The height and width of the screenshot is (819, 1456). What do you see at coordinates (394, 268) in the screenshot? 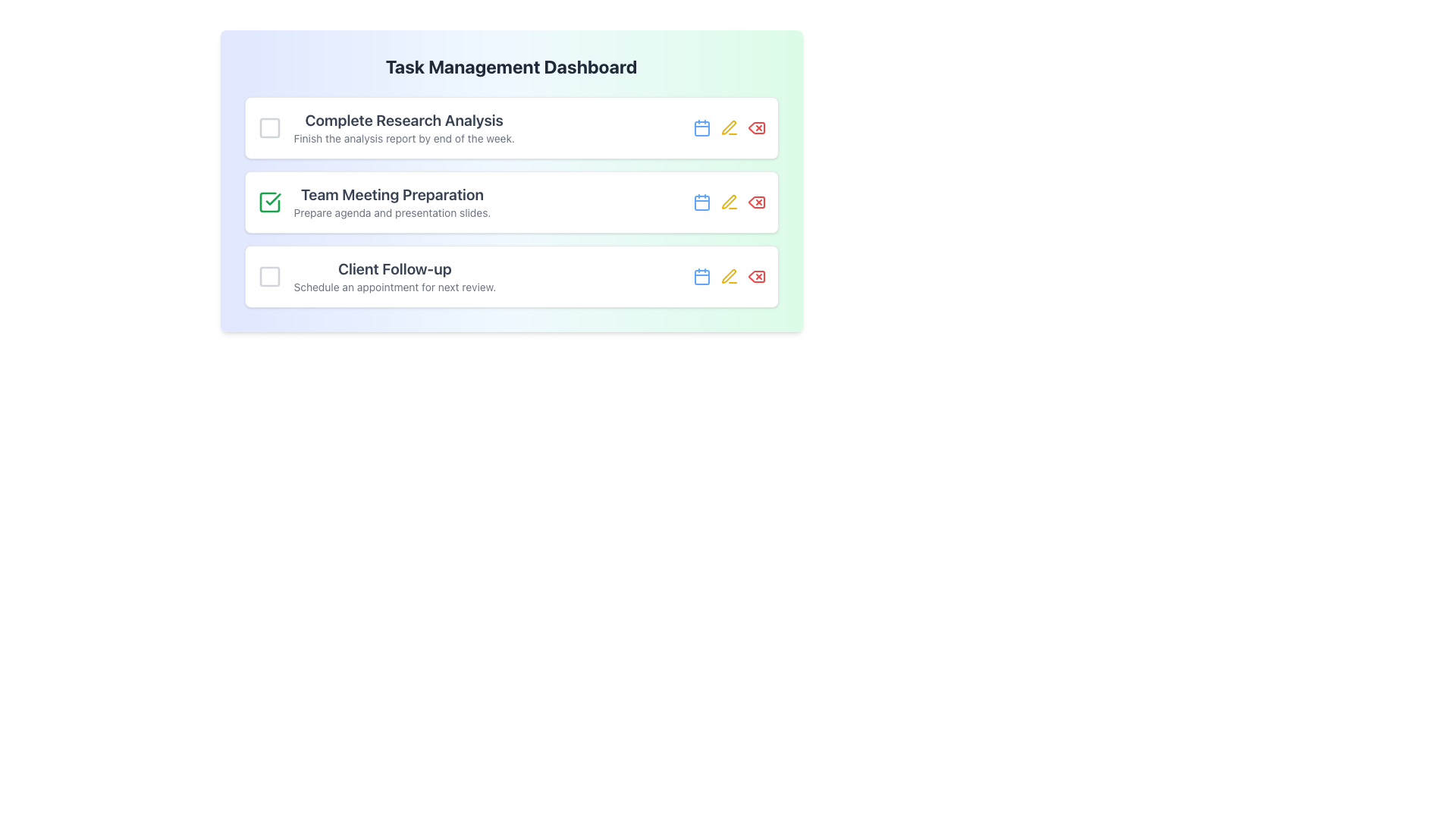
I see `the bold, large text label displaying 'Client Follow-up' in dark gray, positioned in the third item of a vertical list on the task management dashboard` at bounding box center [394, 268].